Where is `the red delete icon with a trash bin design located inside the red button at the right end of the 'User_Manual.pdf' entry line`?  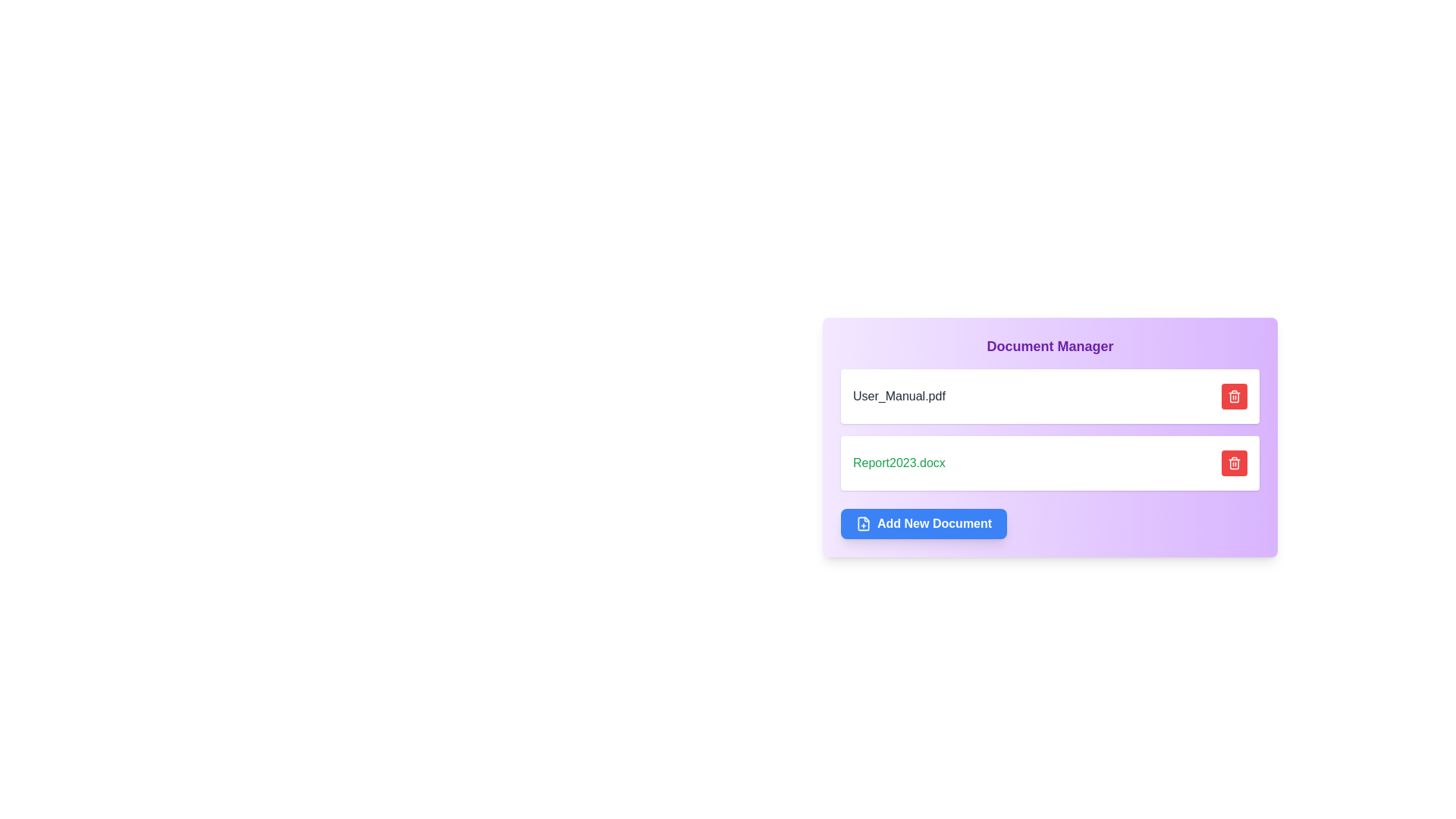
the red delete icon with a trash bin design located inside the red button at the right end of the 'User_Manual.pdf' entry line is located at coordinates (1234, 396).